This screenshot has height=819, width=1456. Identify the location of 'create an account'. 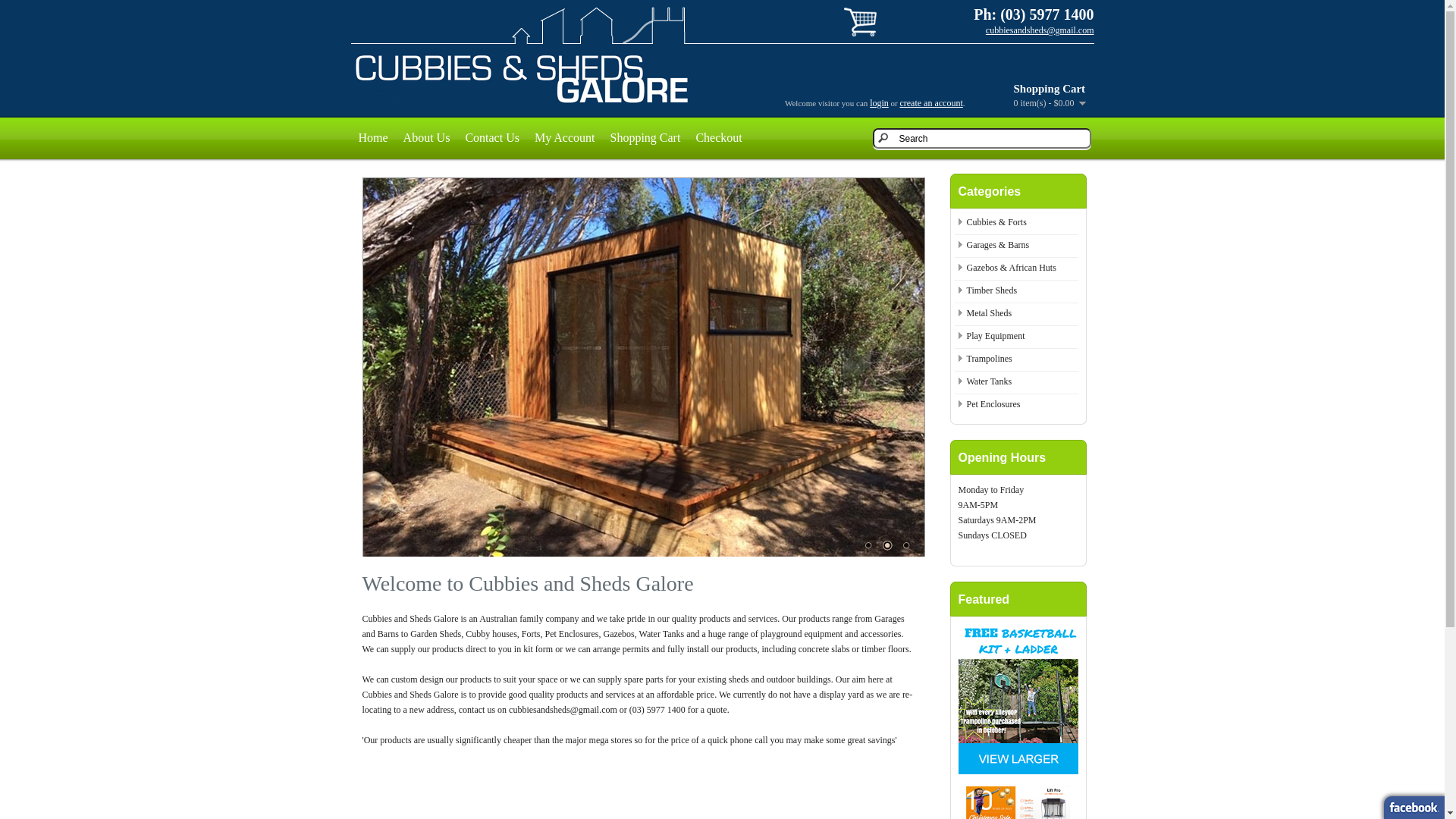
(930, 102).